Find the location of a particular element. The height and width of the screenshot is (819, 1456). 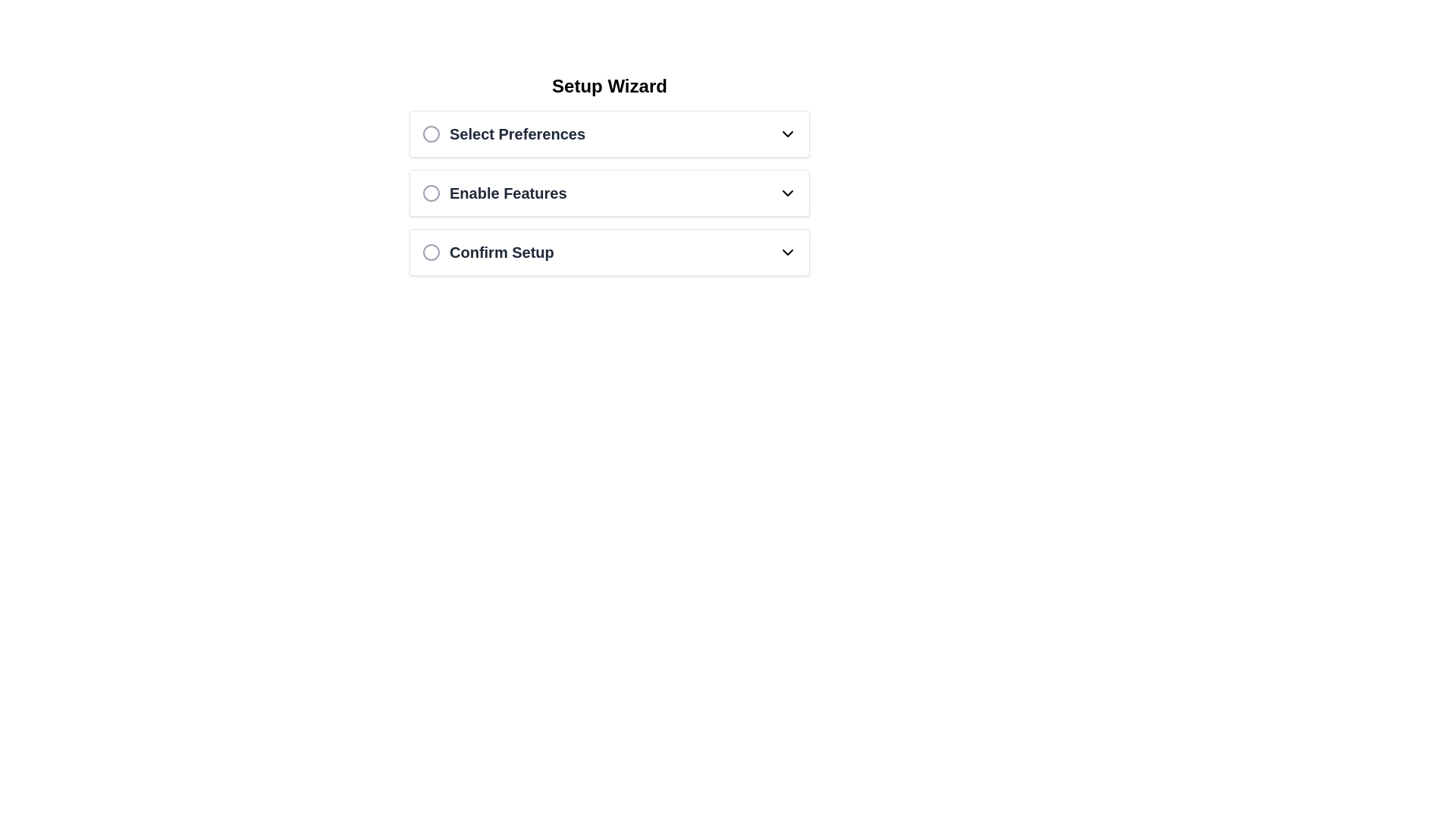

the 'Select Preferences' dropdown trigger is located at coordinates (610, 133).